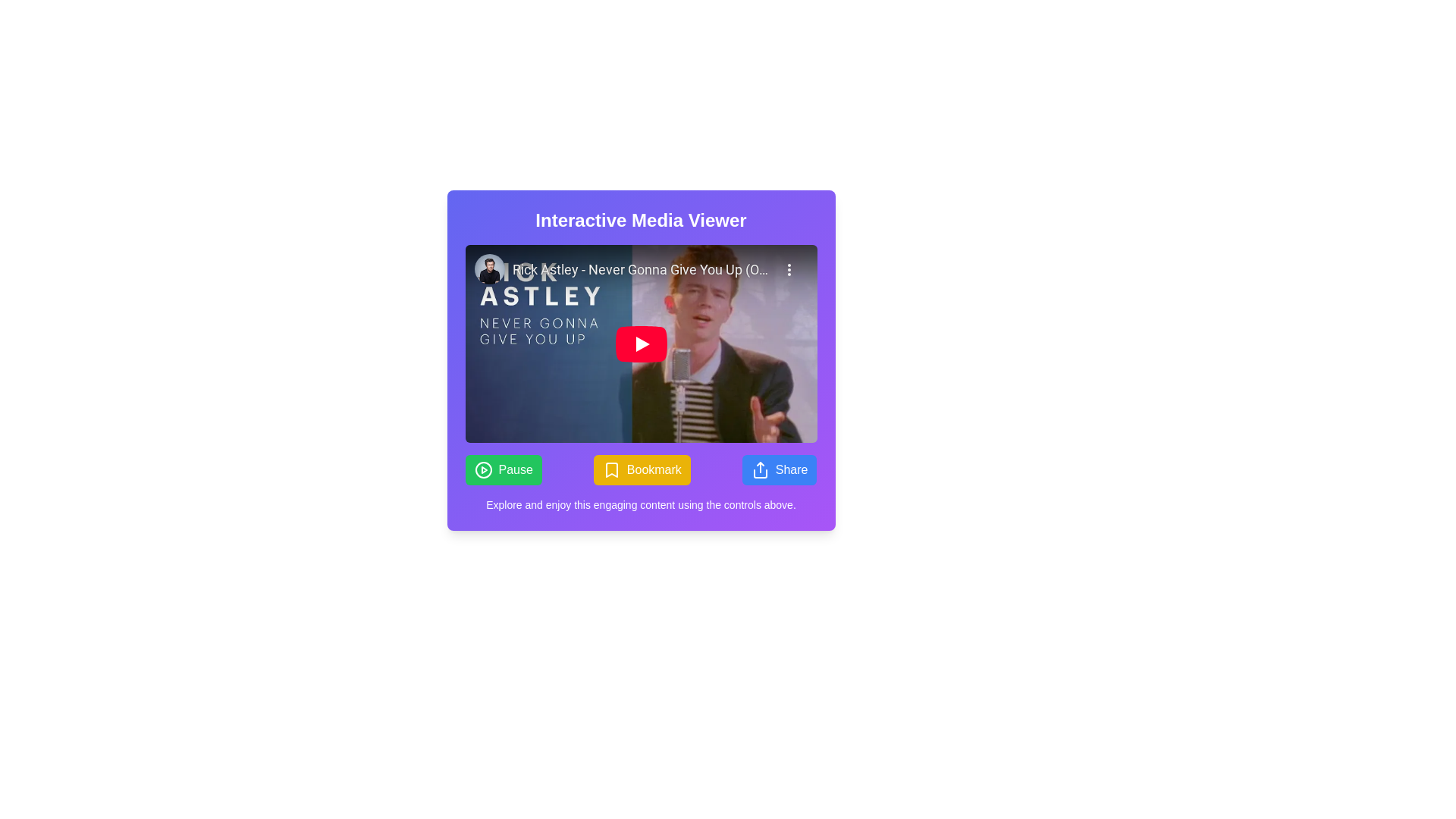 This screenshot has width=1456, height=819. I want to click on the play/pause icon located inside the 'Pause' button, which is positioned to the left of the text 'Pause' within the video playback control interface, so click(482, 469).